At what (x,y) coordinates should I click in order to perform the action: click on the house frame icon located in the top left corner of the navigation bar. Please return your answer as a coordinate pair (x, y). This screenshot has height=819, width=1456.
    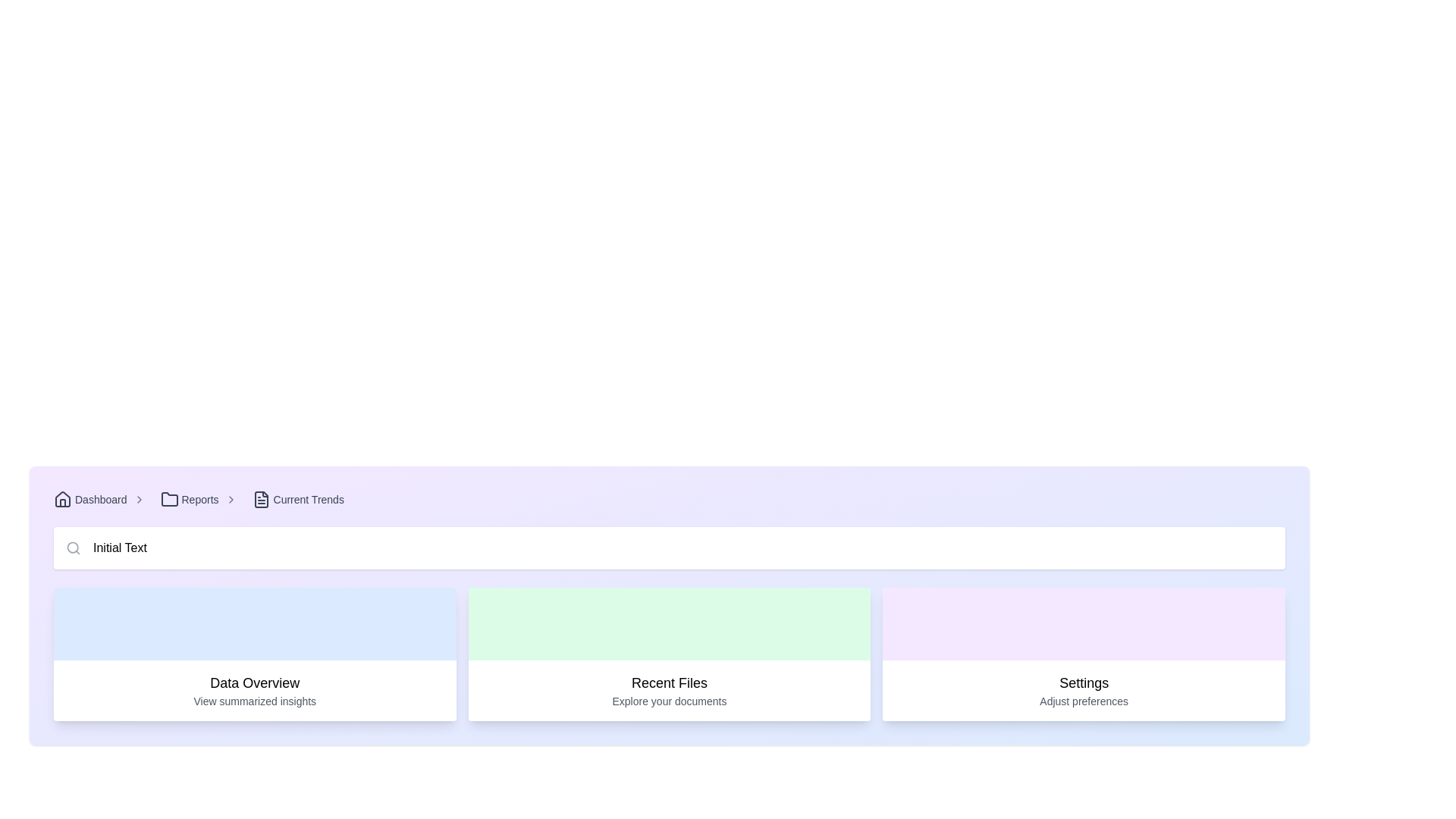
    Looking at the image, I should click on (61, 499).